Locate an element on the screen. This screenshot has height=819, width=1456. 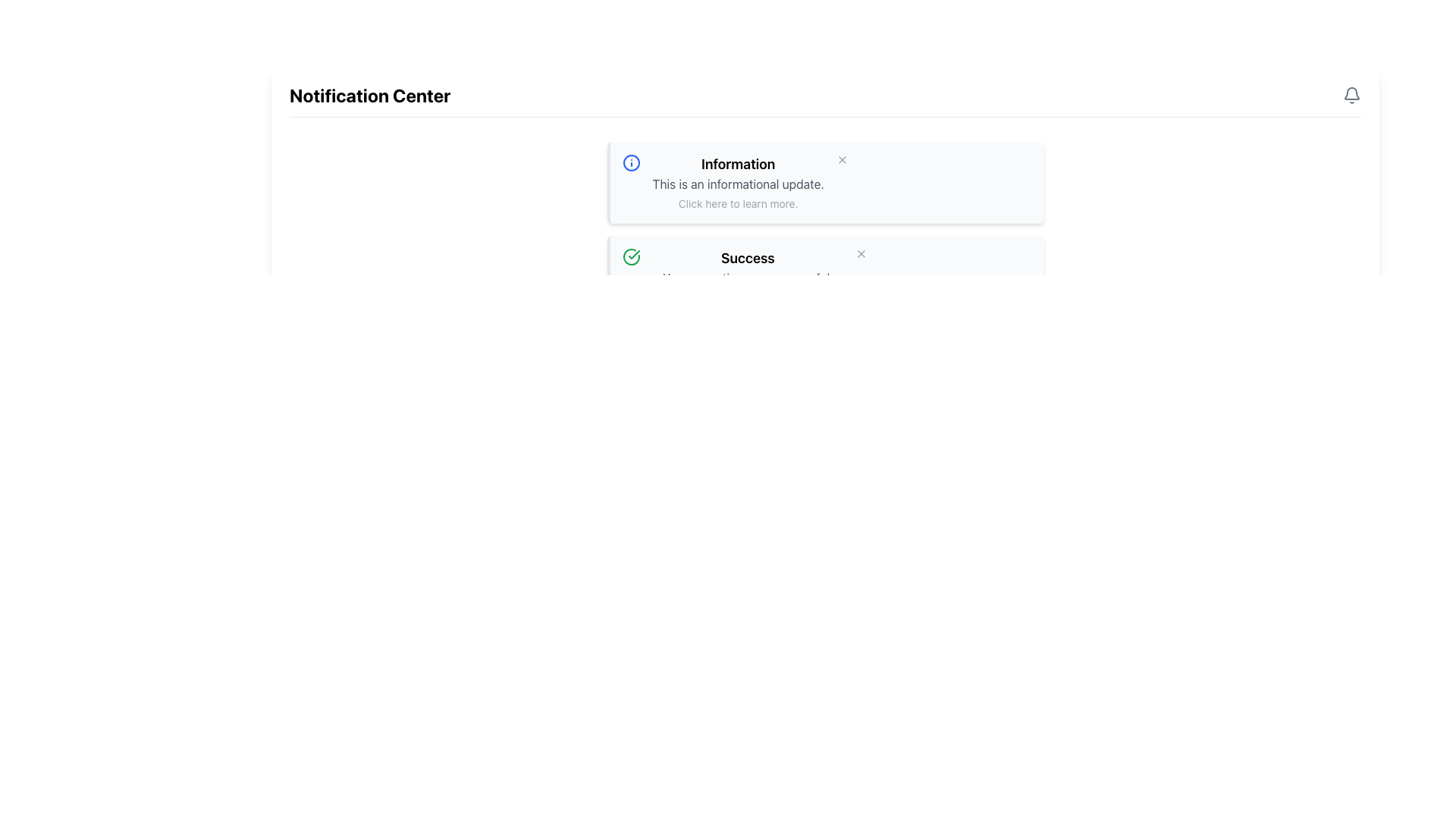
the circular icon graphic with a blue outline representing an information symbol located in the top-left corner of the notification card labeled 'Information' is located at coordinates (631, 163).